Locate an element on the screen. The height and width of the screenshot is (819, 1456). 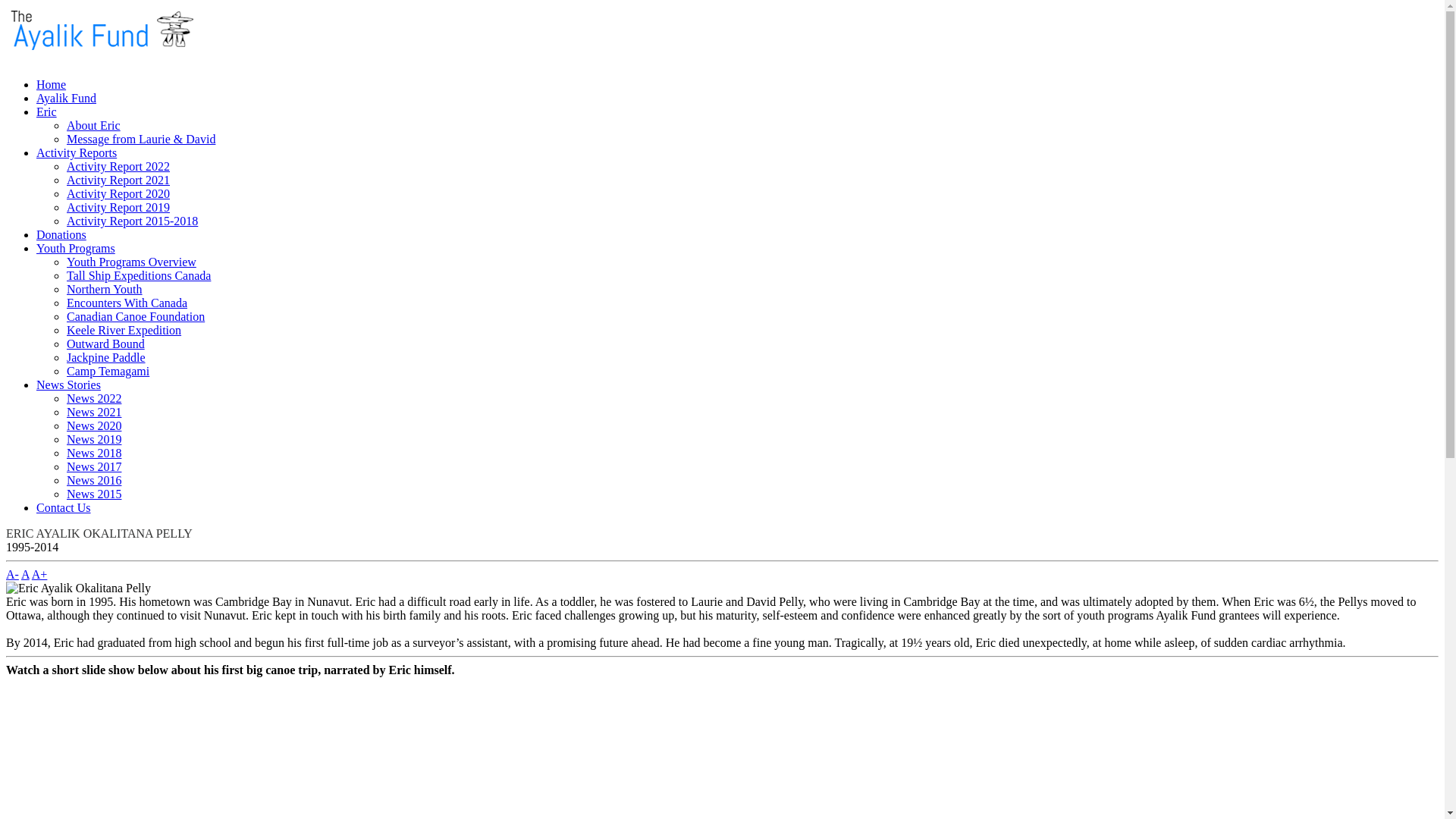
'Outward Bound' is located at coordinates (105, 344).